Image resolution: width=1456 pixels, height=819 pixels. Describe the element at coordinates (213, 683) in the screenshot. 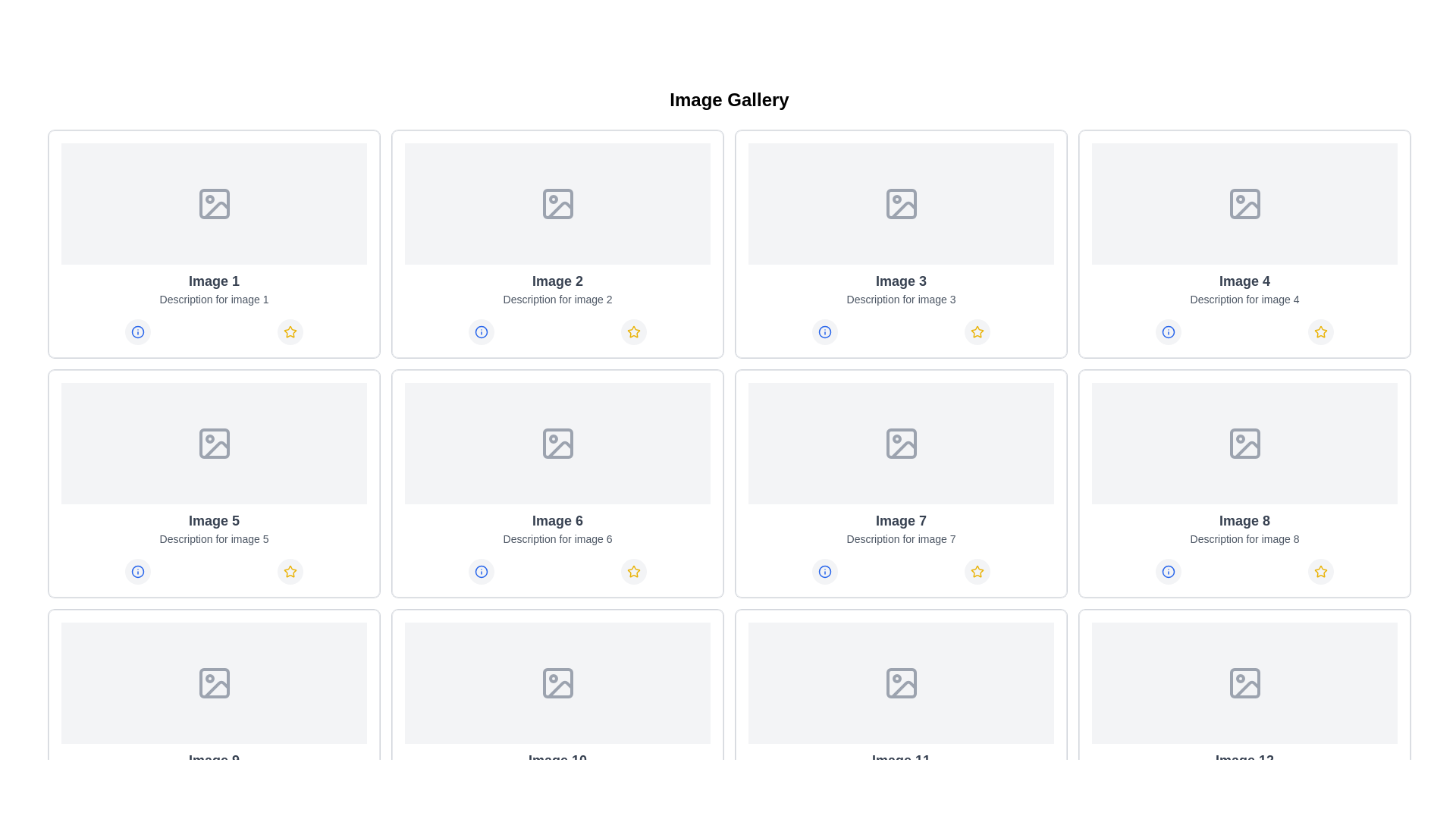

I see `the image icon representing 'Image 9' in the bottom-left corner of the Image Gallery, which features a rectangular frame with rounded edges and includes a circle overlapping a triangle, using a light gray color palette` at that location.